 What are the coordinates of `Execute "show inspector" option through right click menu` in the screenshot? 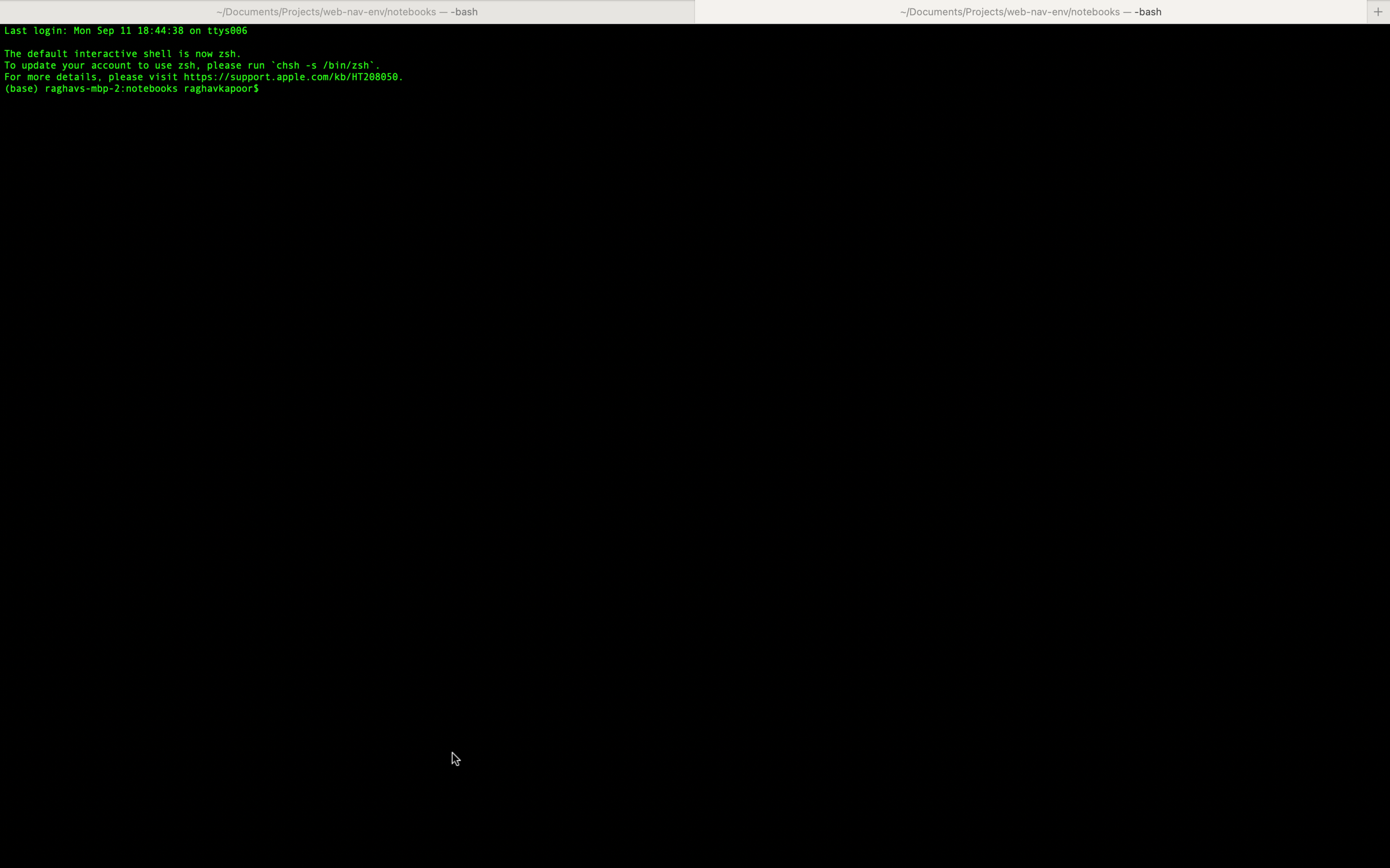 It's located at (697, 482).